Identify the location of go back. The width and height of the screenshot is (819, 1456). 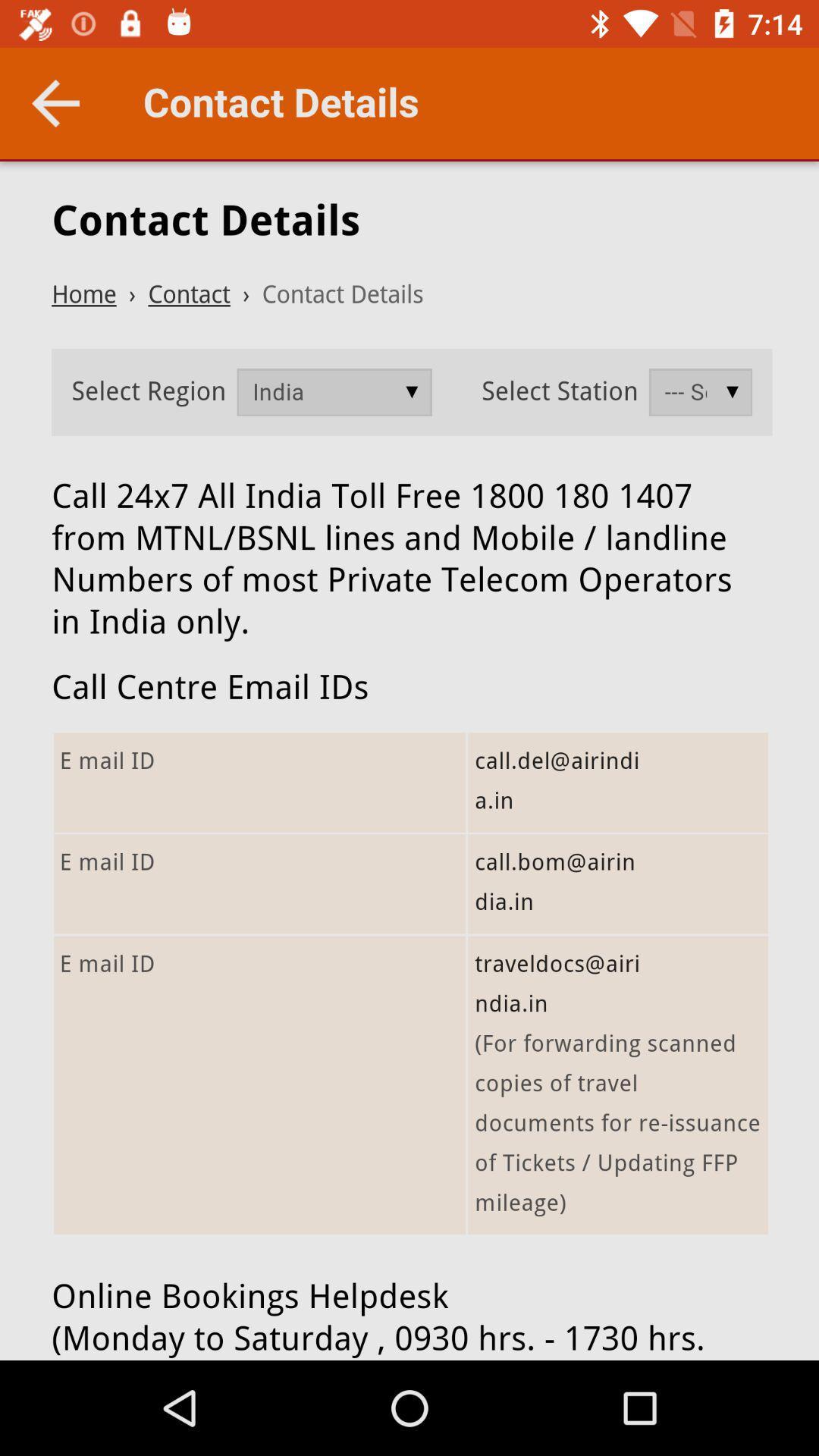
(55, 102).